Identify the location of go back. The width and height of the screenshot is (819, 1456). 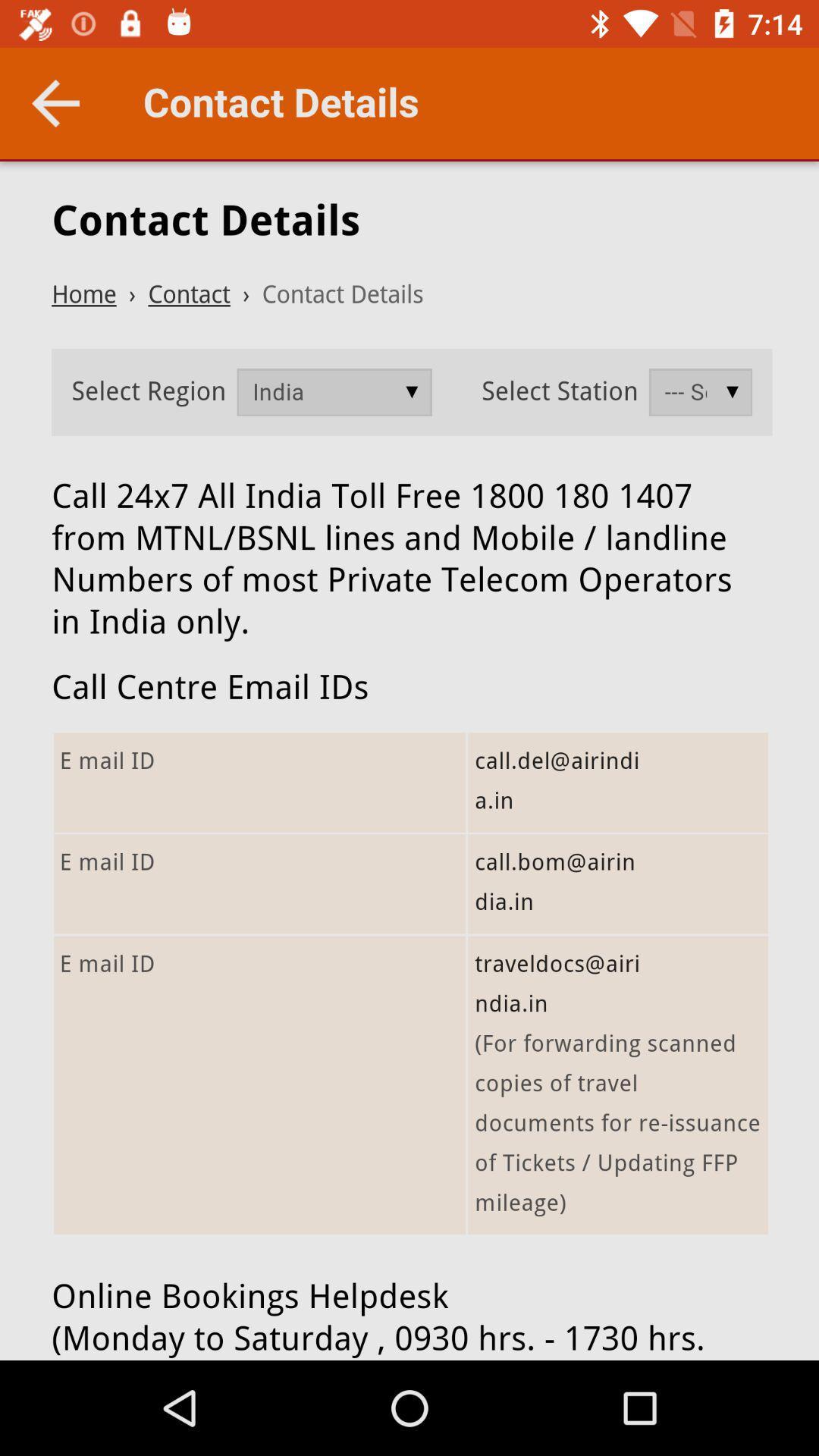
(55, 102).